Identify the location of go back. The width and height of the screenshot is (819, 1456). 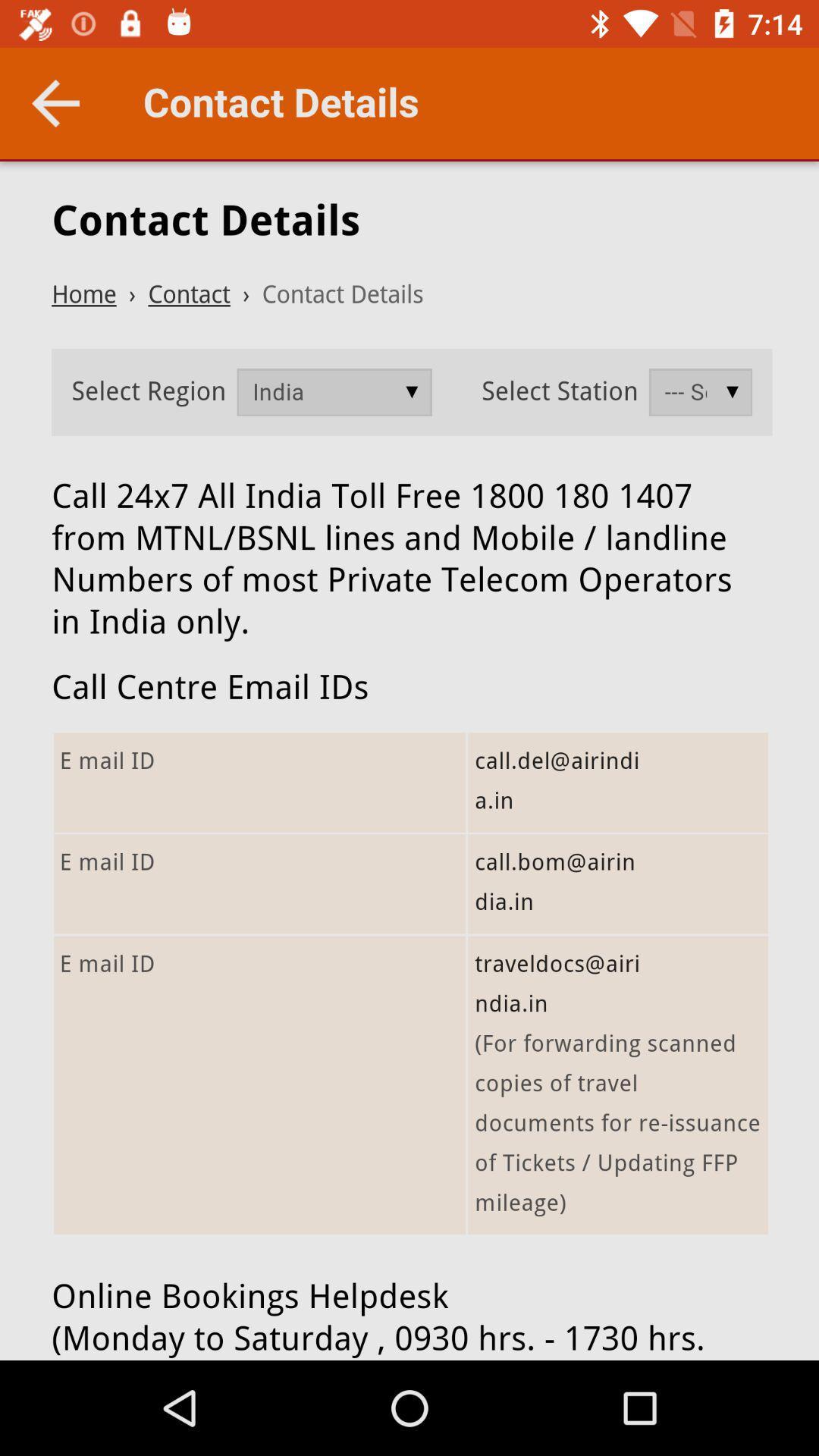
(55, 102).